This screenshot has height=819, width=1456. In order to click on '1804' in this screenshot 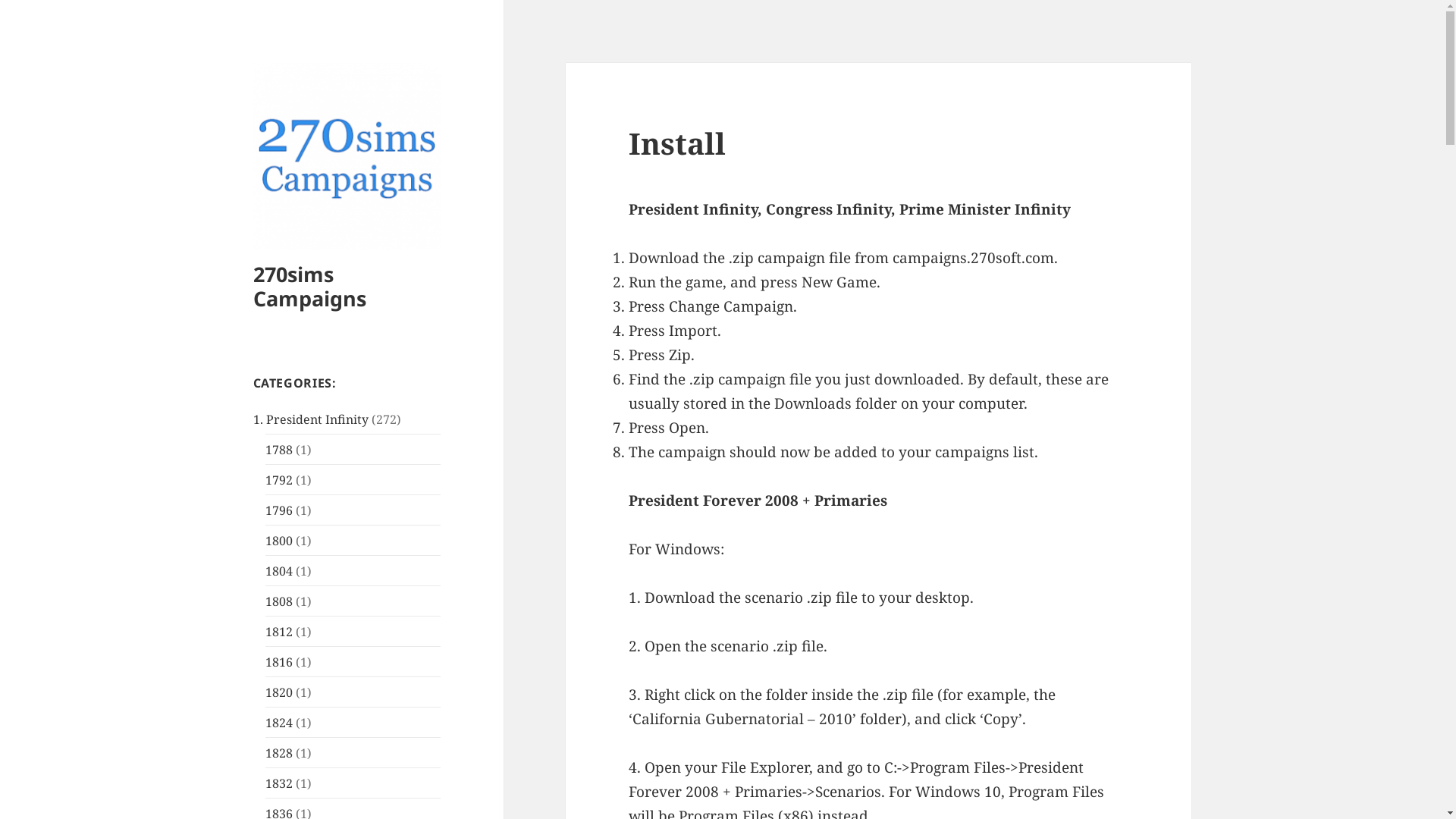, I will do `click(279, 570)`.